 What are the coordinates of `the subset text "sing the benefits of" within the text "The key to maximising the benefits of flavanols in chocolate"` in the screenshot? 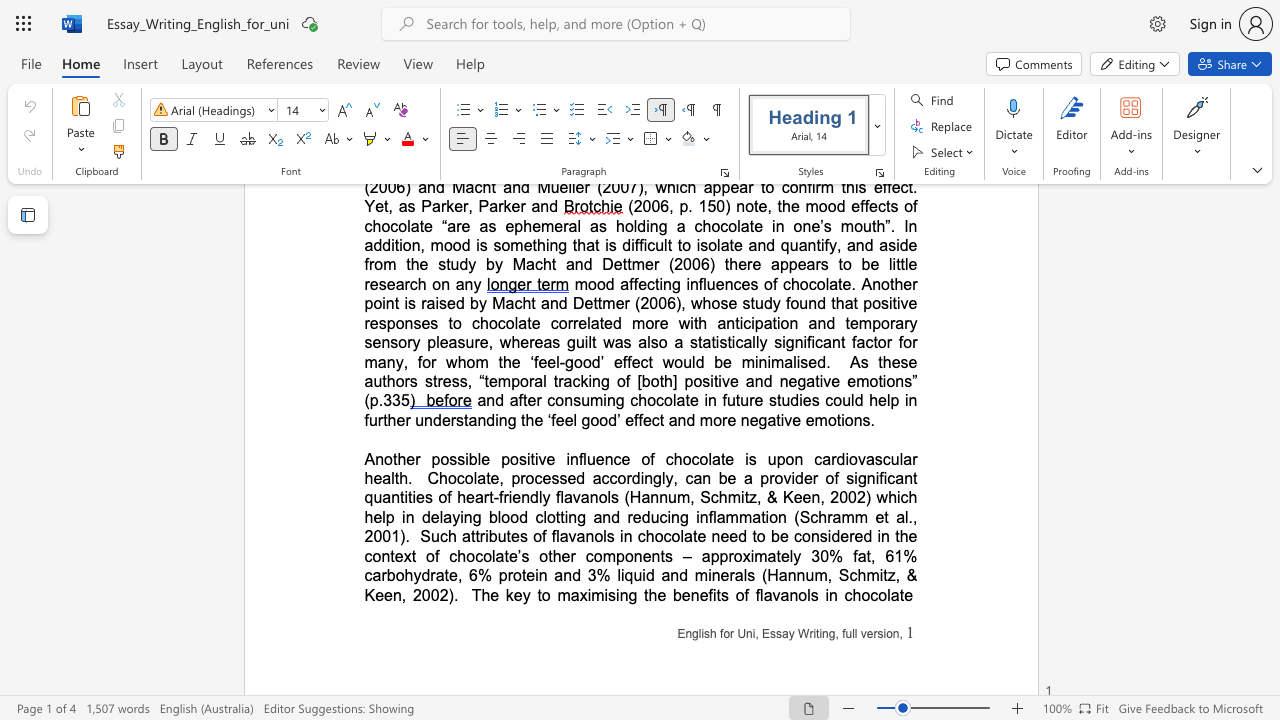 It's located at (607, 594).